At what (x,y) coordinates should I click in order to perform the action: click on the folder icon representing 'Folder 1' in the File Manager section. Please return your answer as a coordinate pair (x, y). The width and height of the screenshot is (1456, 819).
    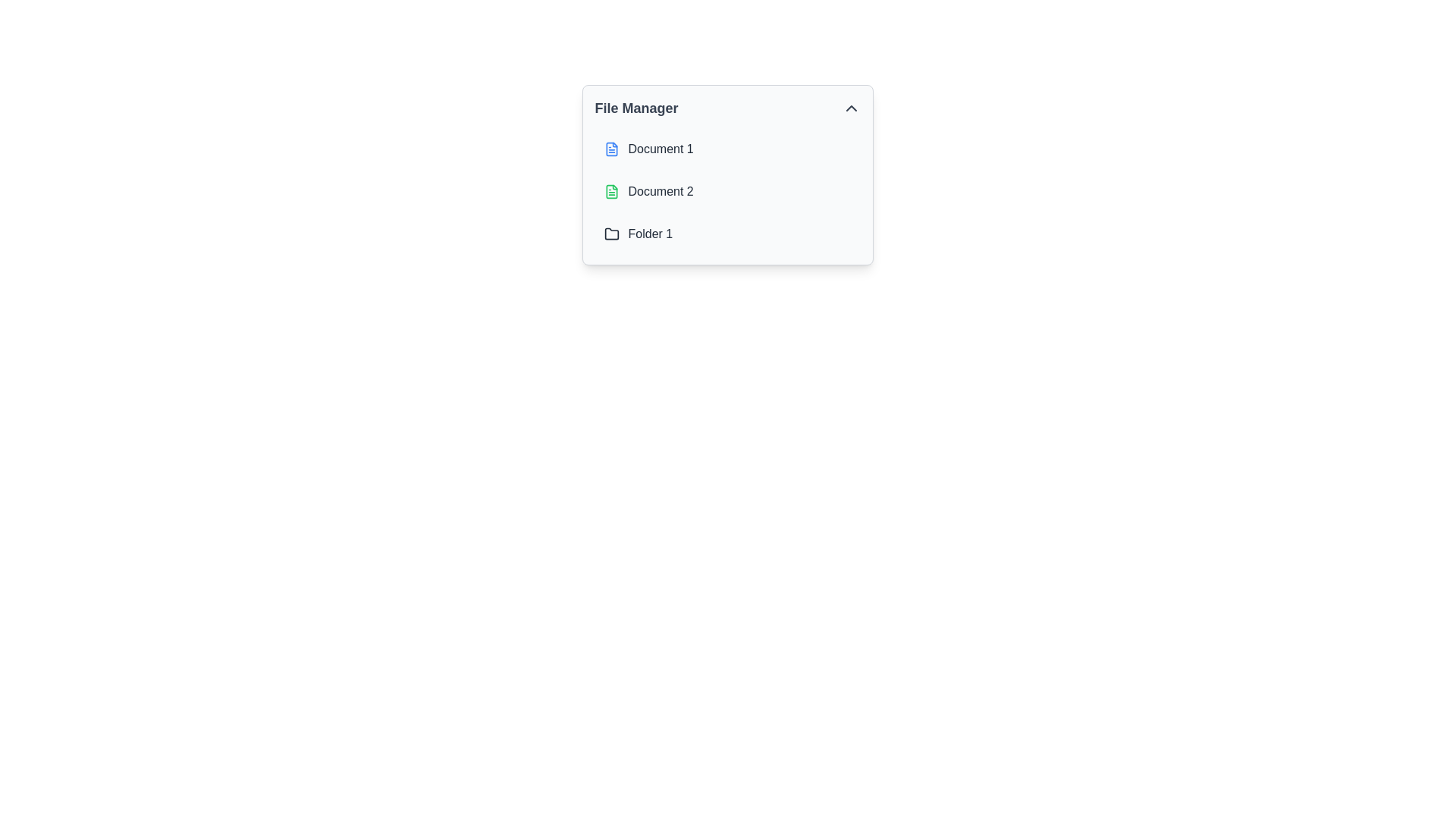
    Looking at the image, I should click on (611, 234).